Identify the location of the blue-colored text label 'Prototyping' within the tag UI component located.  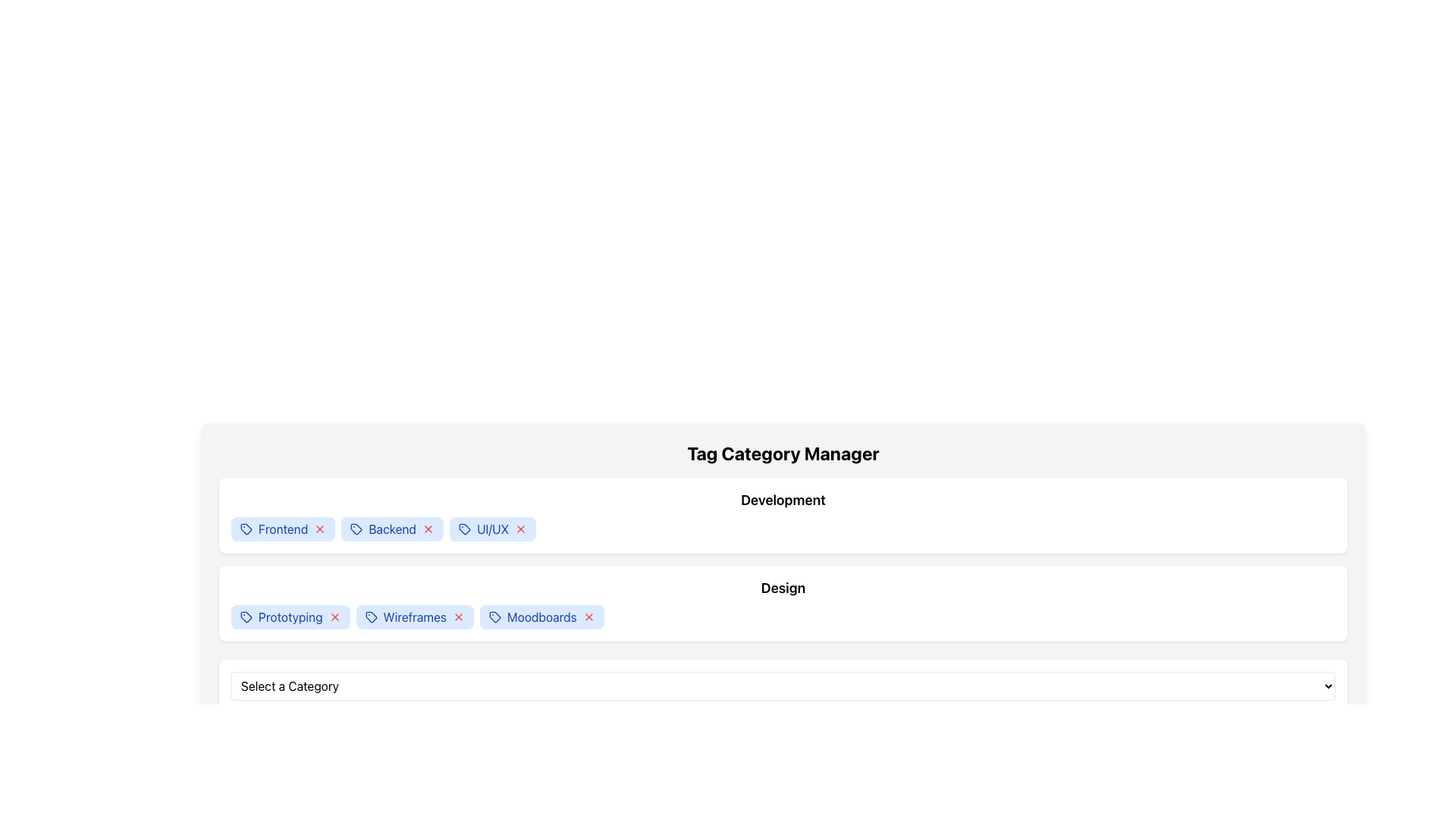
(290, 617).